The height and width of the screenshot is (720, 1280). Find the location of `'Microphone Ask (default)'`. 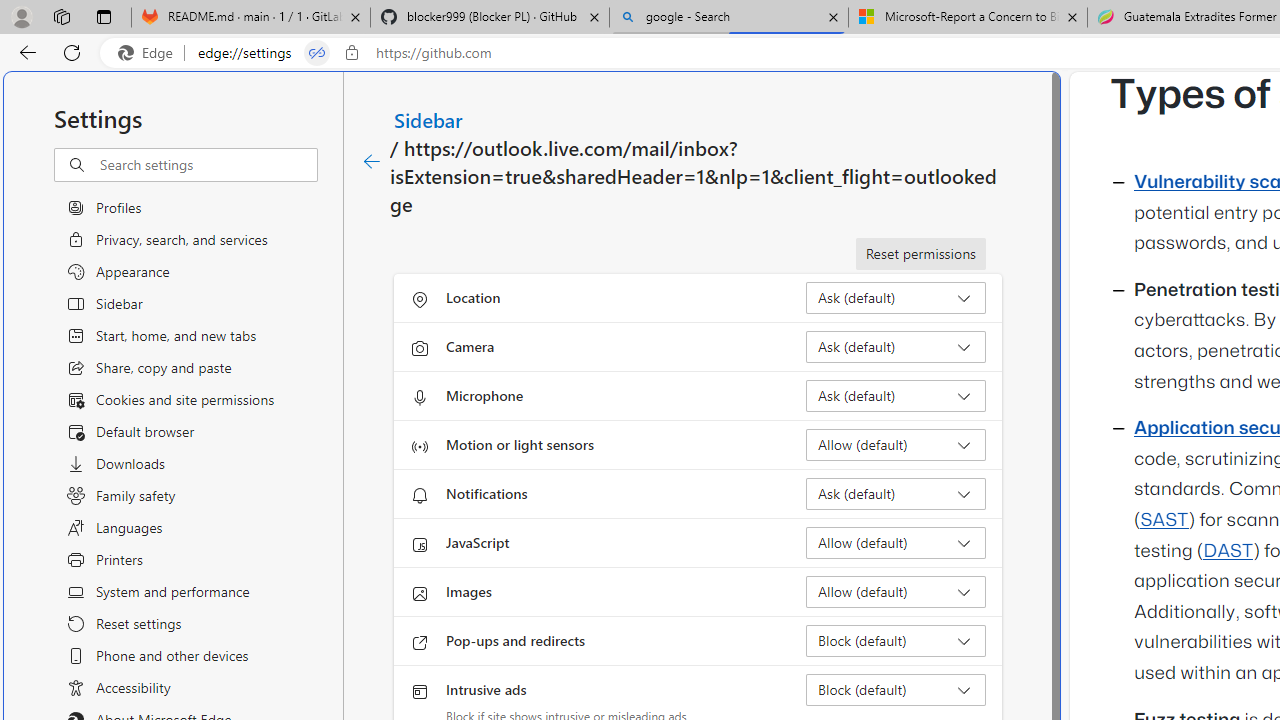

'Microphone Ask (default)' is located at coordinates (895, 396).